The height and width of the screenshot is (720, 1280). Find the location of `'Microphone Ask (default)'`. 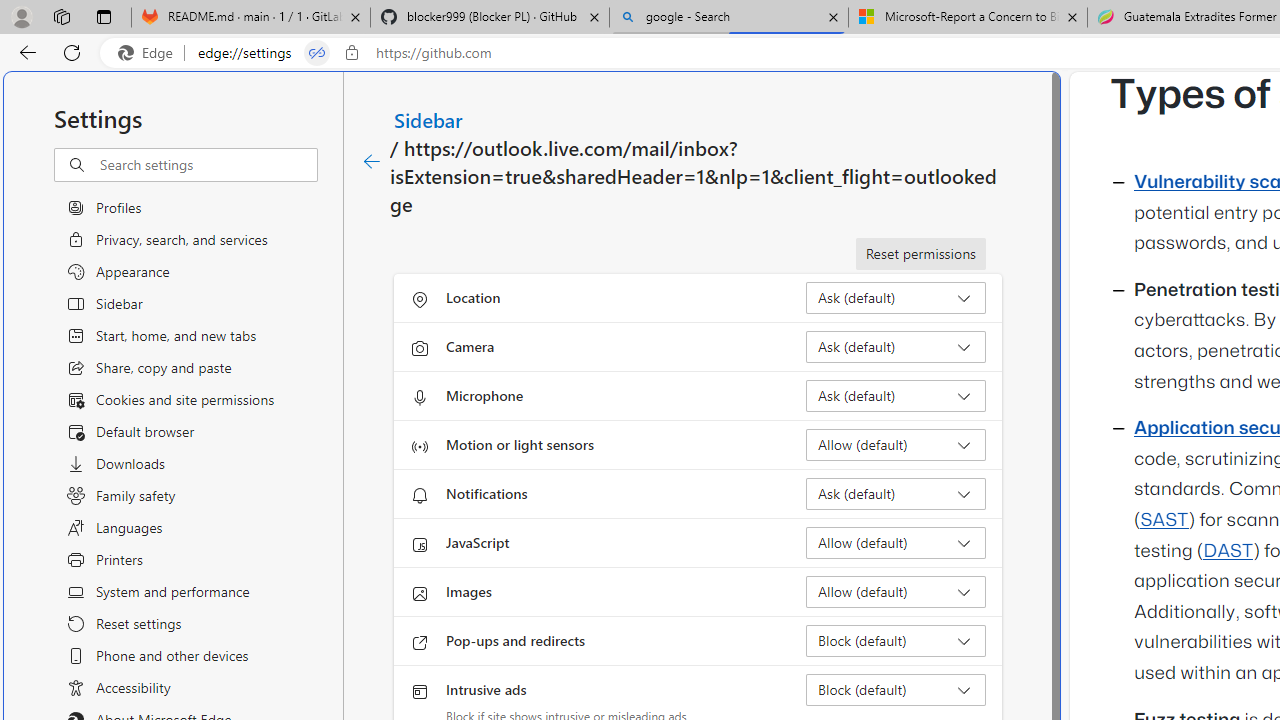

'Microphone Ask (default)' is located at coordinates (895, 396).